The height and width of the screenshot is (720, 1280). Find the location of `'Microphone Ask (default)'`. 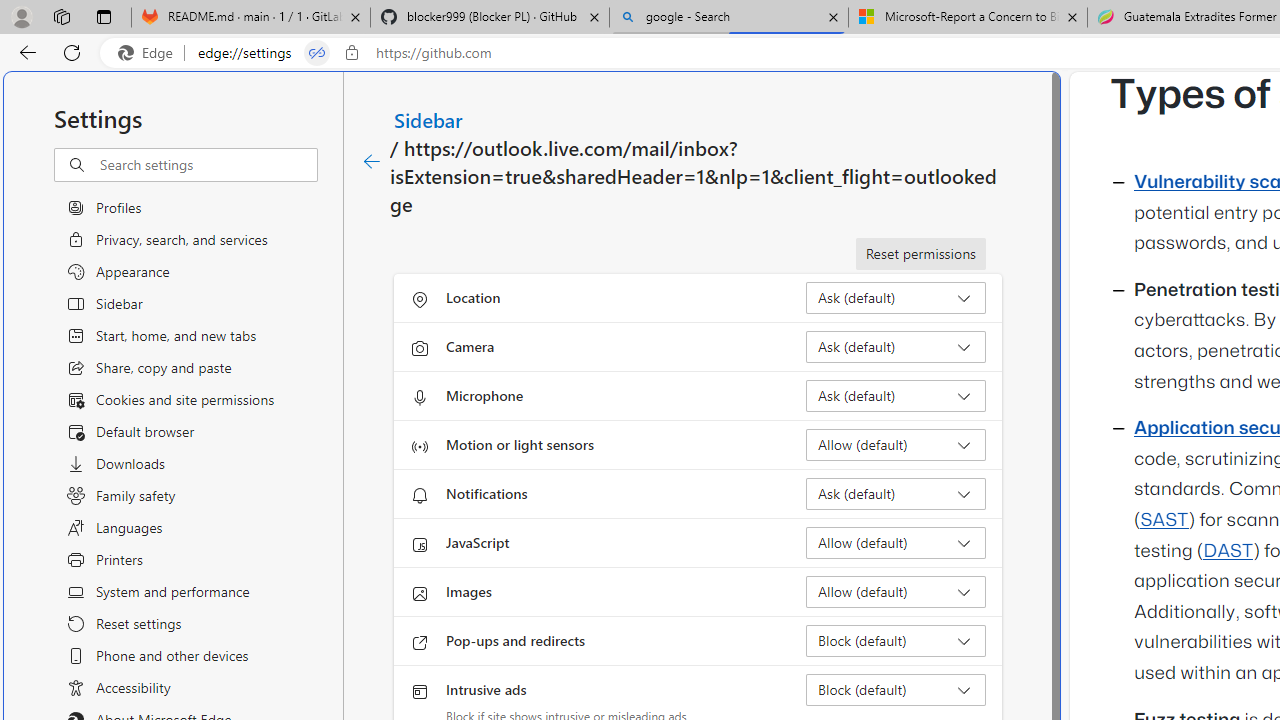

'Microphone Ask (default)' is located at coordinates (895, 396).